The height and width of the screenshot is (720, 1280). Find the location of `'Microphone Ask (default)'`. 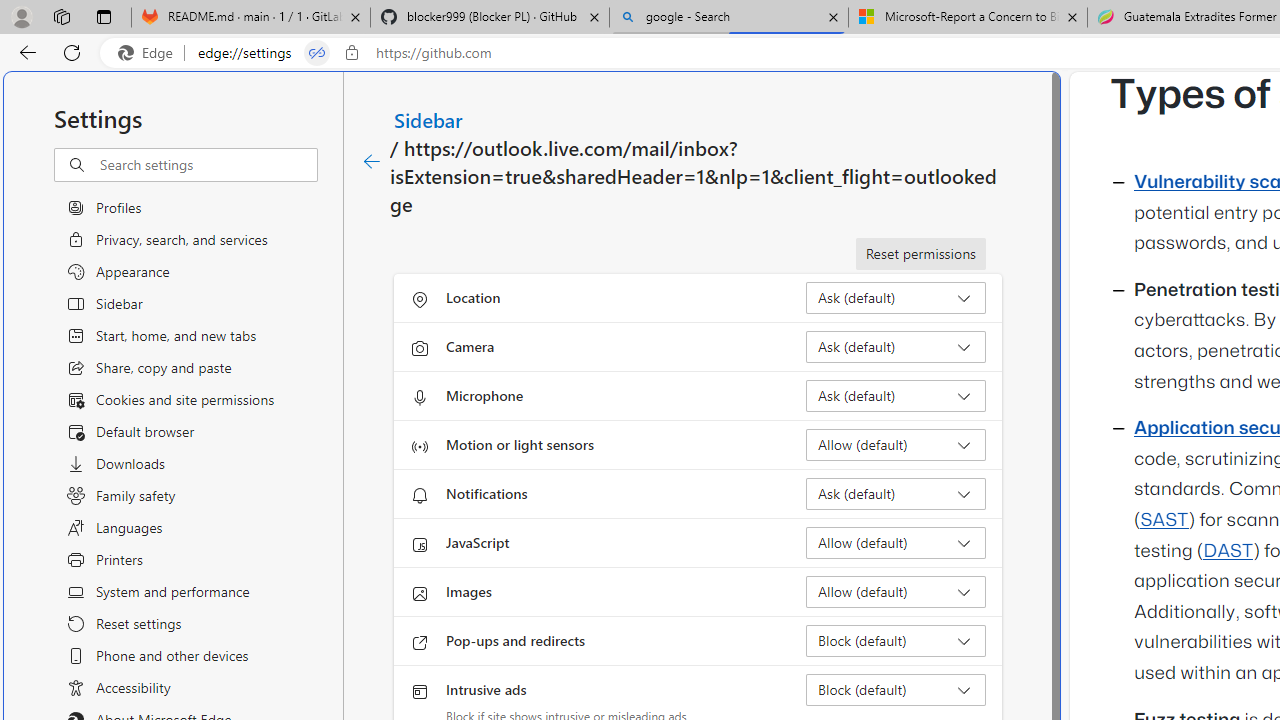

'Microphone Ask (default)' is located at coordinates (895, 396).